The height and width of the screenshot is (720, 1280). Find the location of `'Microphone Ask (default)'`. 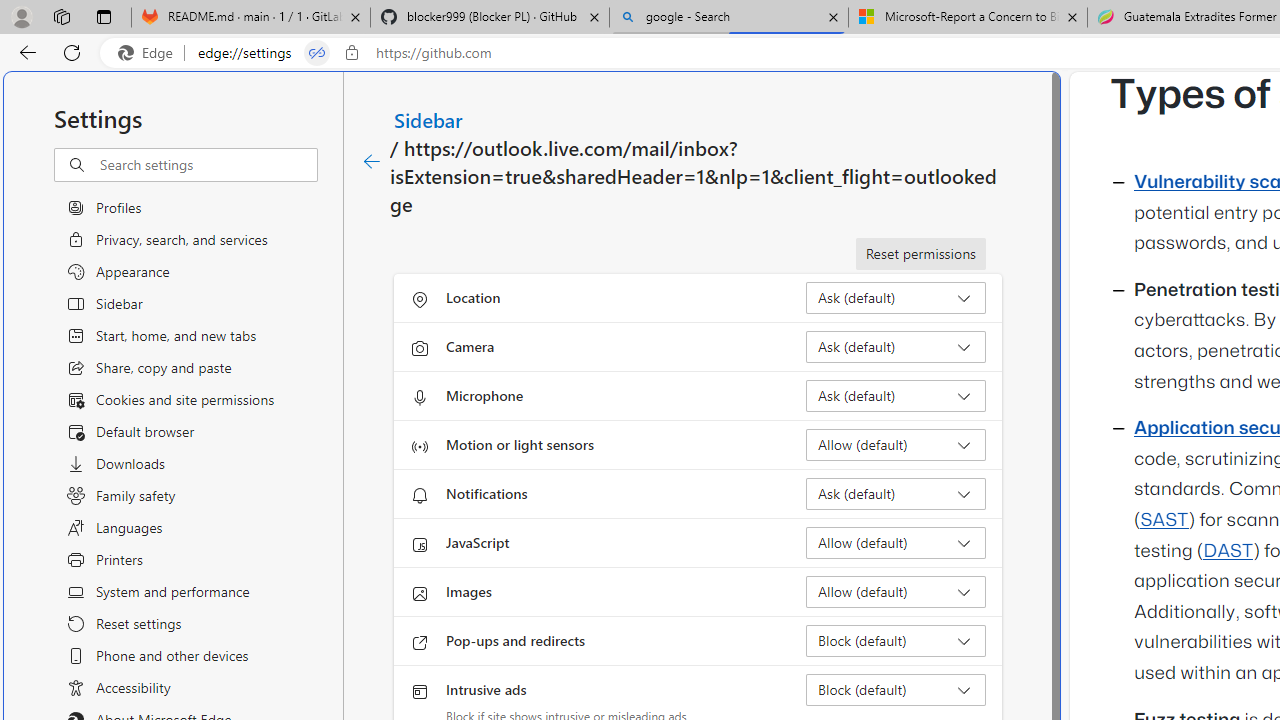

'Microphone Ask (default)' is located at coordinates (895, 396).